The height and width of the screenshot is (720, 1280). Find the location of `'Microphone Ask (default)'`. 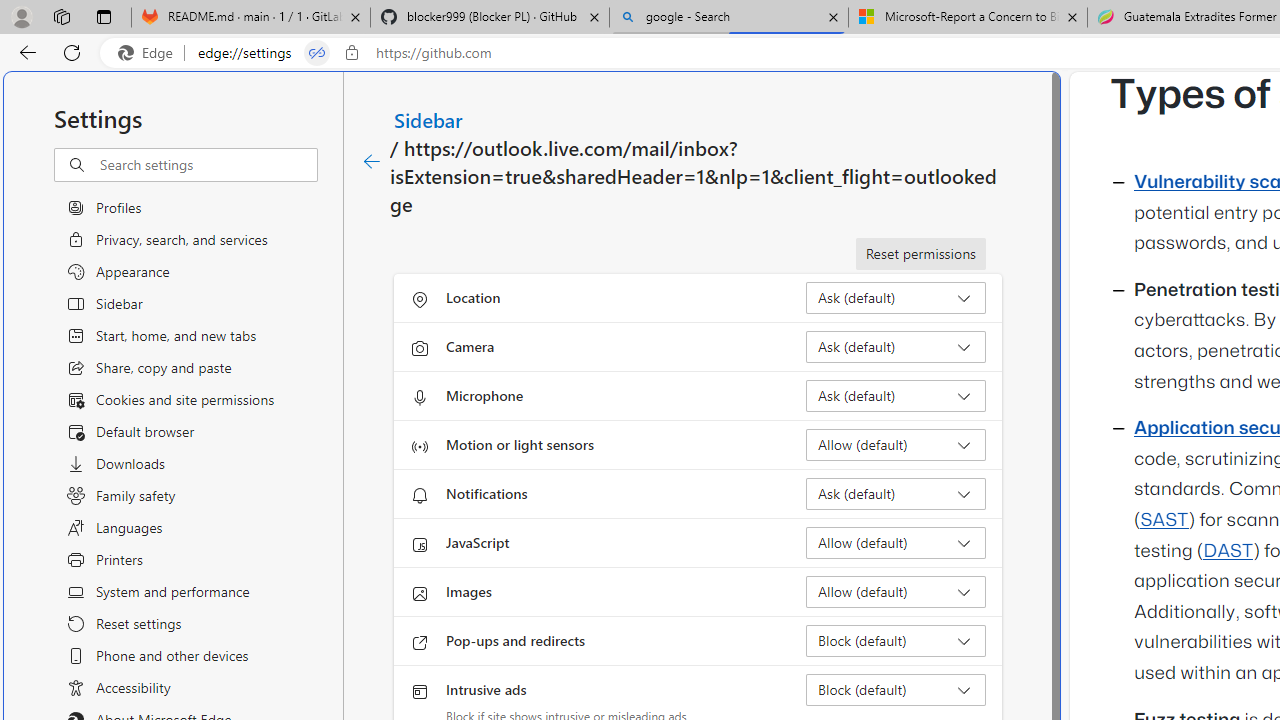

'Microphone Ask (default)' is located at coordinates (895, 396).